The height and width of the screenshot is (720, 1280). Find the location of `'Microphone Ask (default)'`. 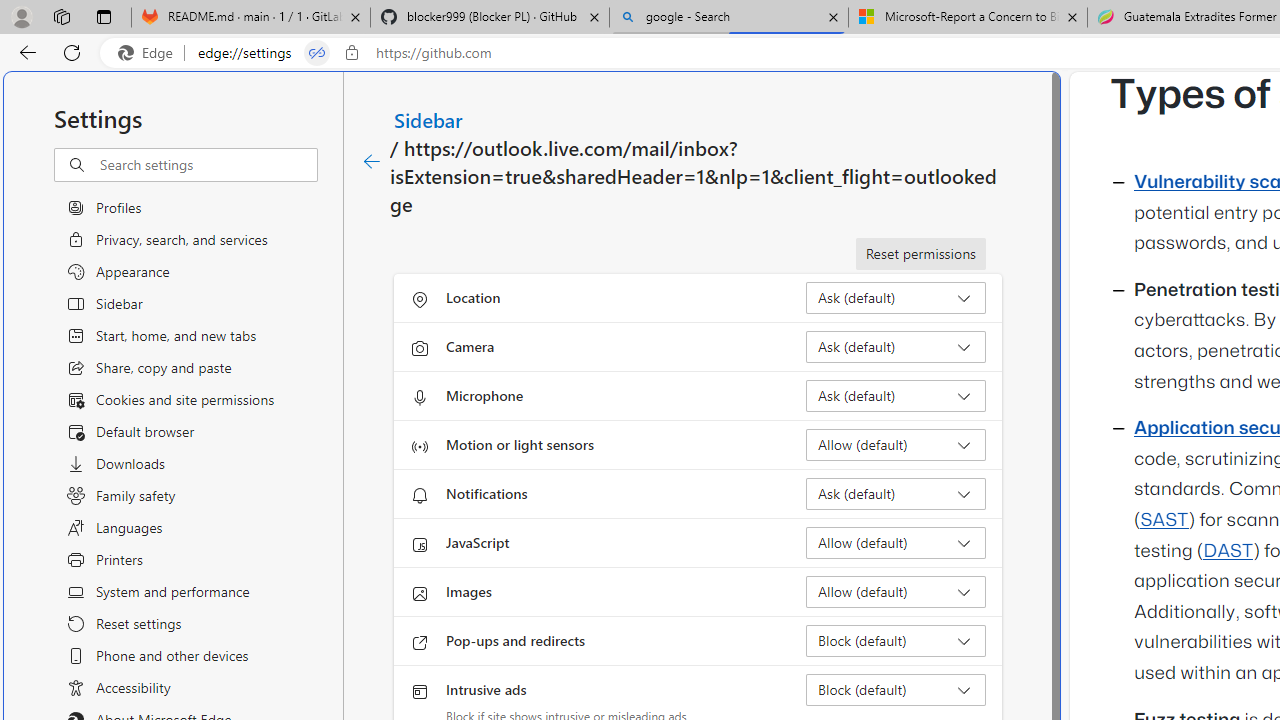

'Microphone Ask (default)' is located at coordinates (895, 396).